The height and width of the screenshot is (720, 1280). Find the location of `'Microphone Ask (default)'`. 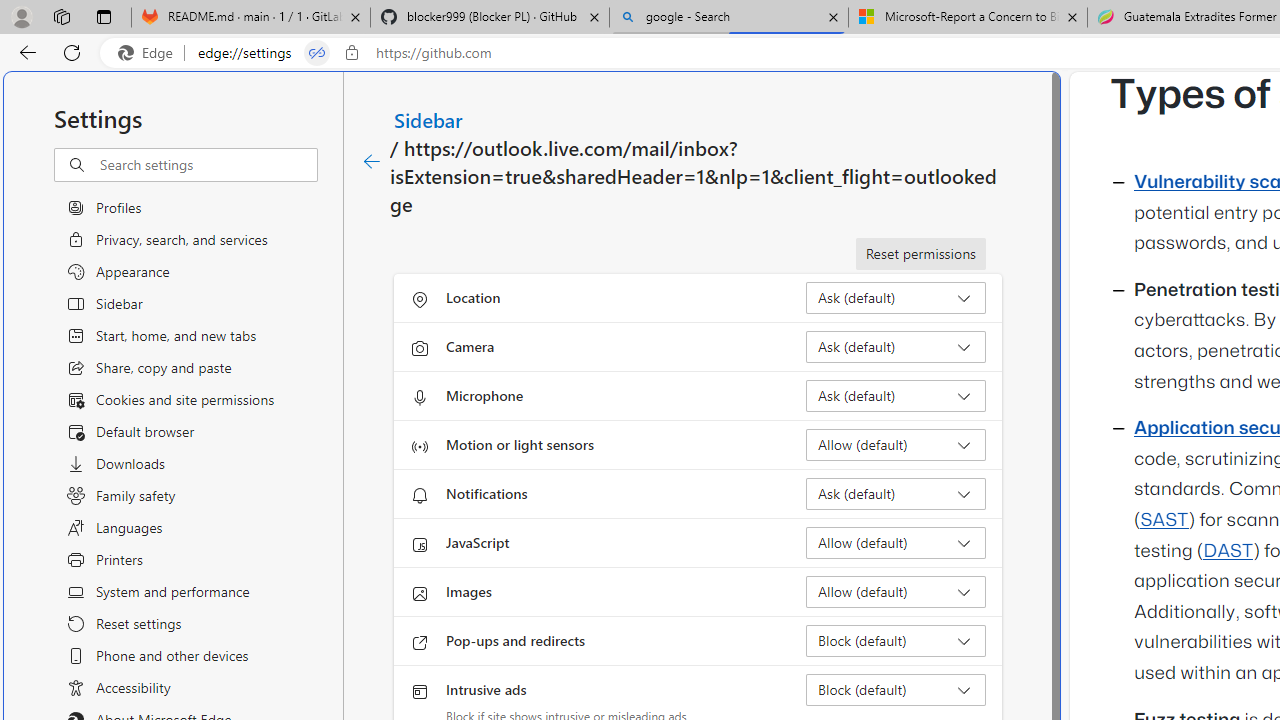

'Microphone Ask (default)' is located at coordinates (895, 396).